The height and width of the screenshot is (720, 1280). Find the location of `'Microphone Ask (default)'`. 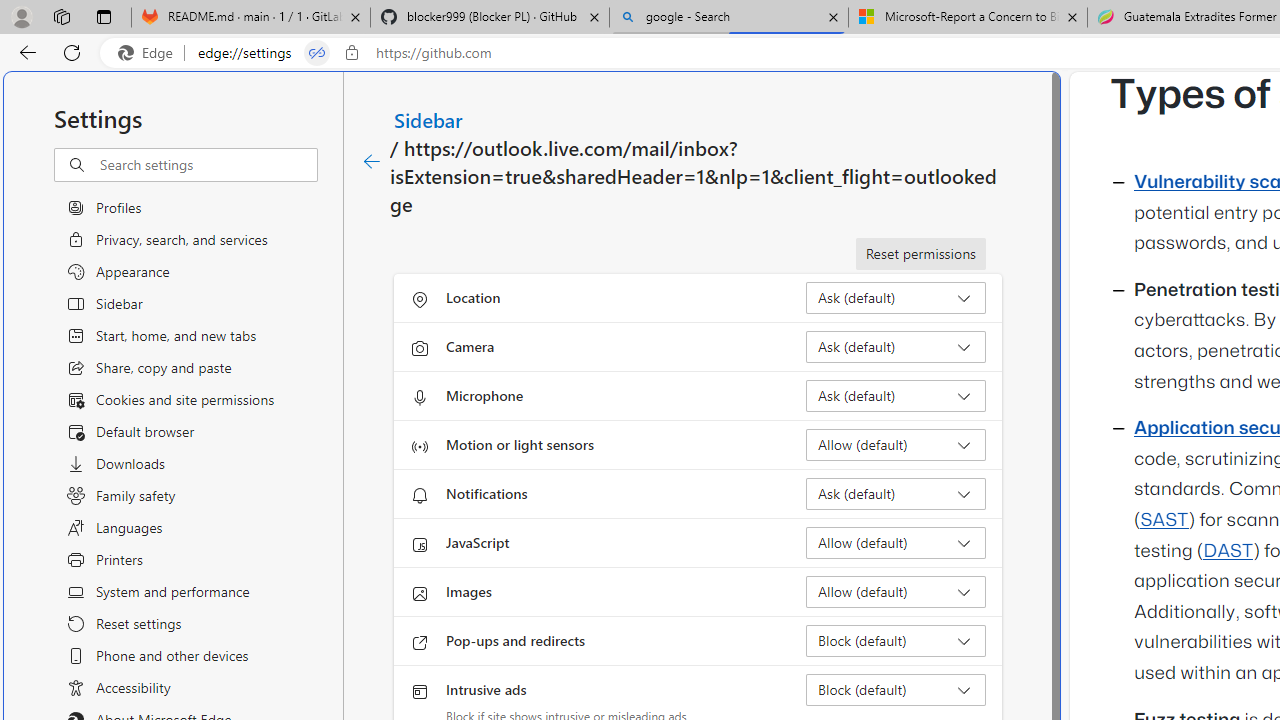

'Microphone Ask (default)' is located at coordinates (895, 396).